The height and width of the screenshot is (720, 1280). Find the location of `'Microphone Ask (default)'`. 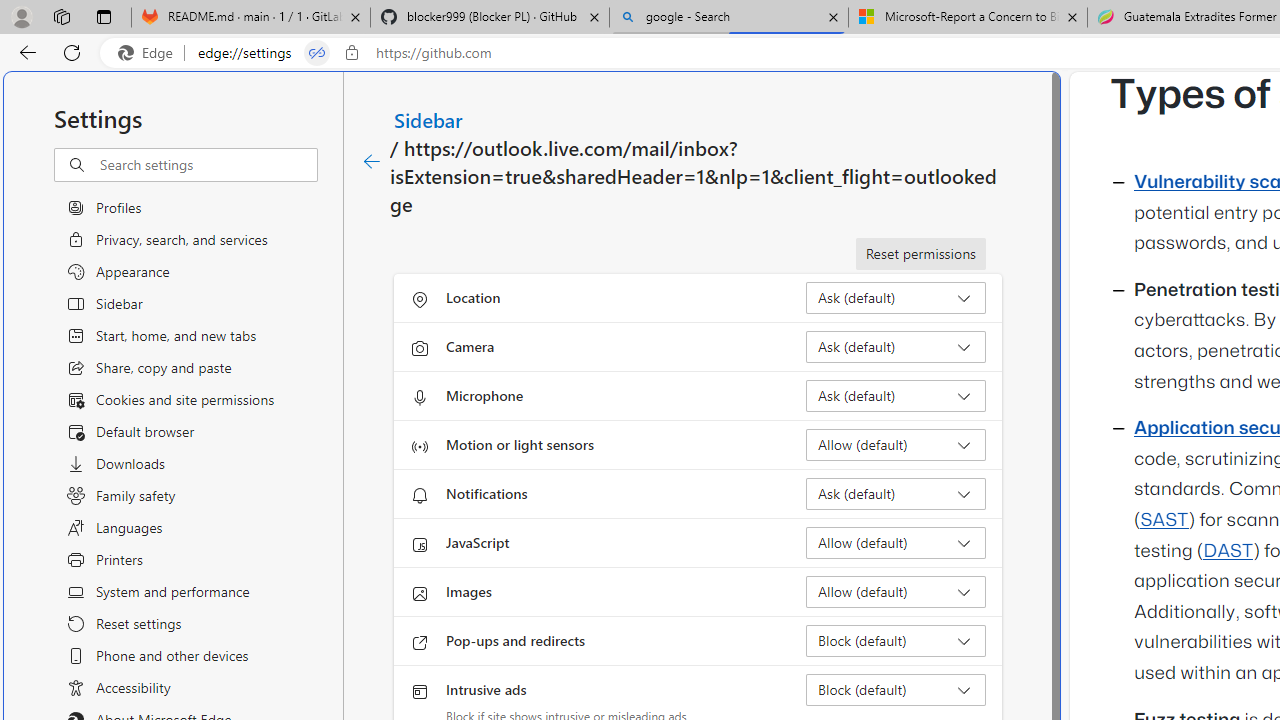

'Microphone Ask (default)' is located at coordinates (895, 396).